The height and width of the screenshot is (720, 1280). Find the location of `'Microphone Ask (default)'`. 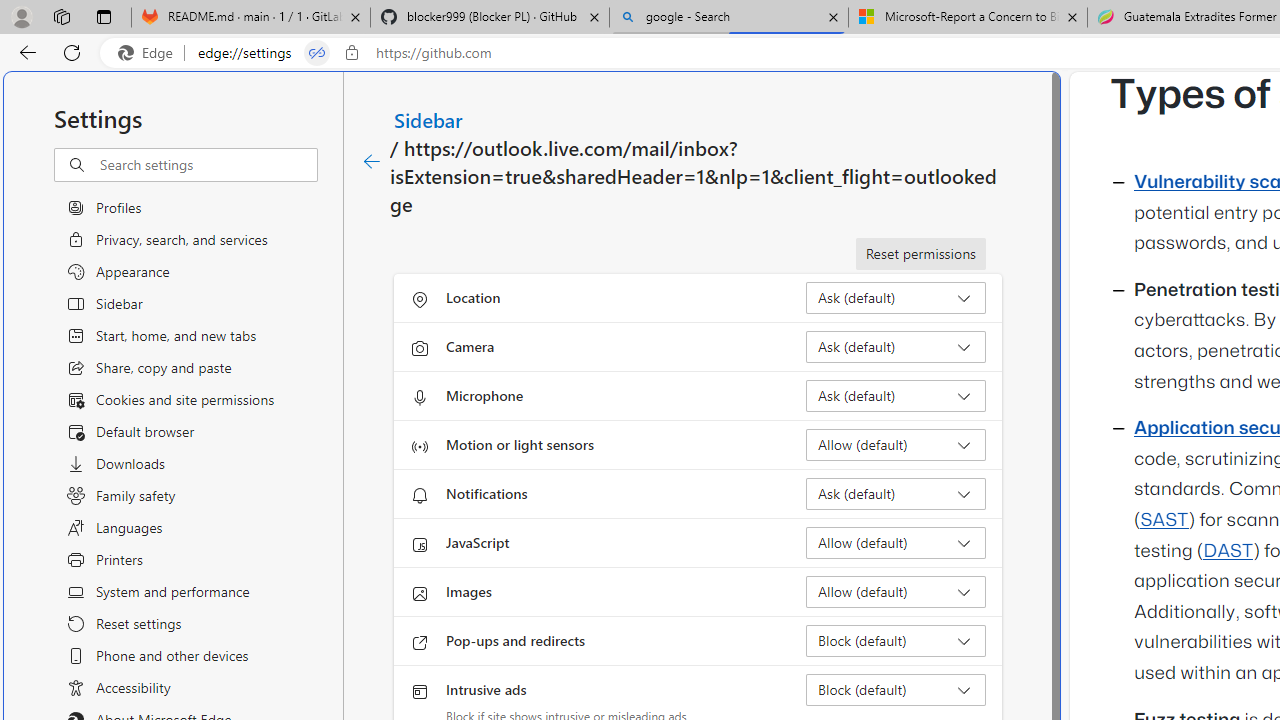

'Microphone Ask (default)' is located at coordinates (895, 396).